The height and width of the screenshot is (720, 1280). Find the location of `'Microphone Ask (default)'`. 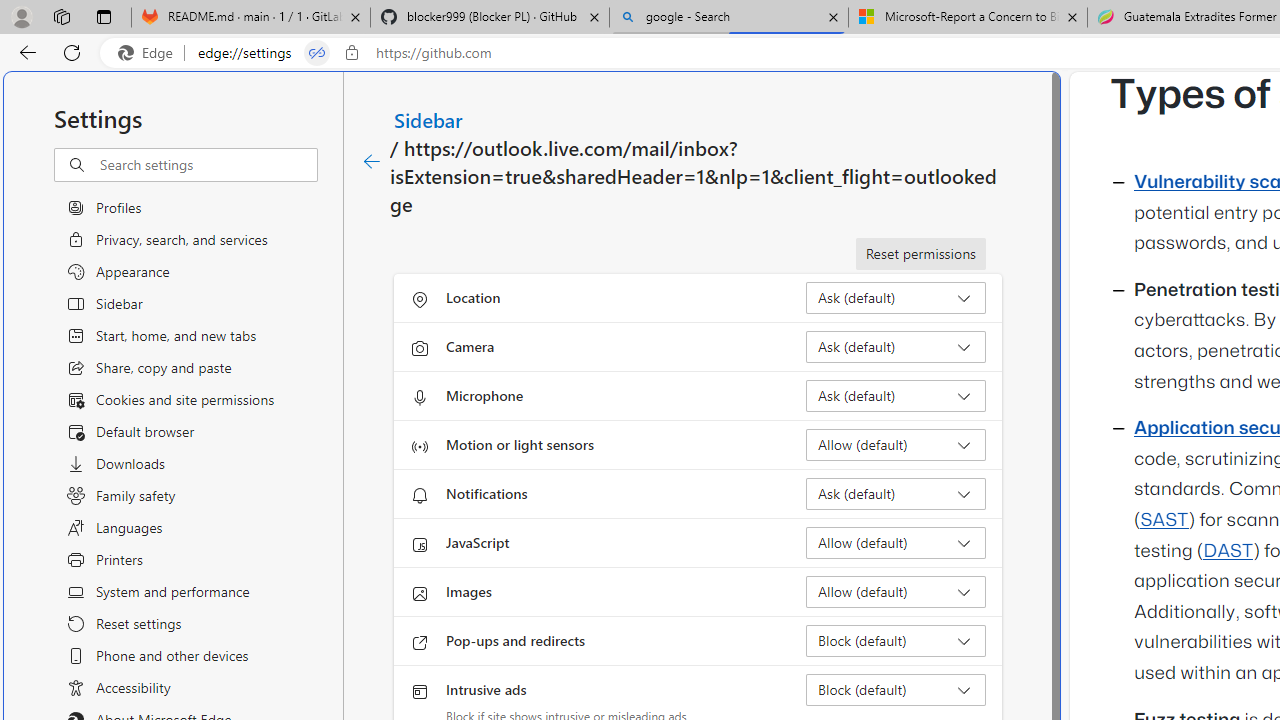

'Microphone Ask (default)' is located at coordinates (895, 396).